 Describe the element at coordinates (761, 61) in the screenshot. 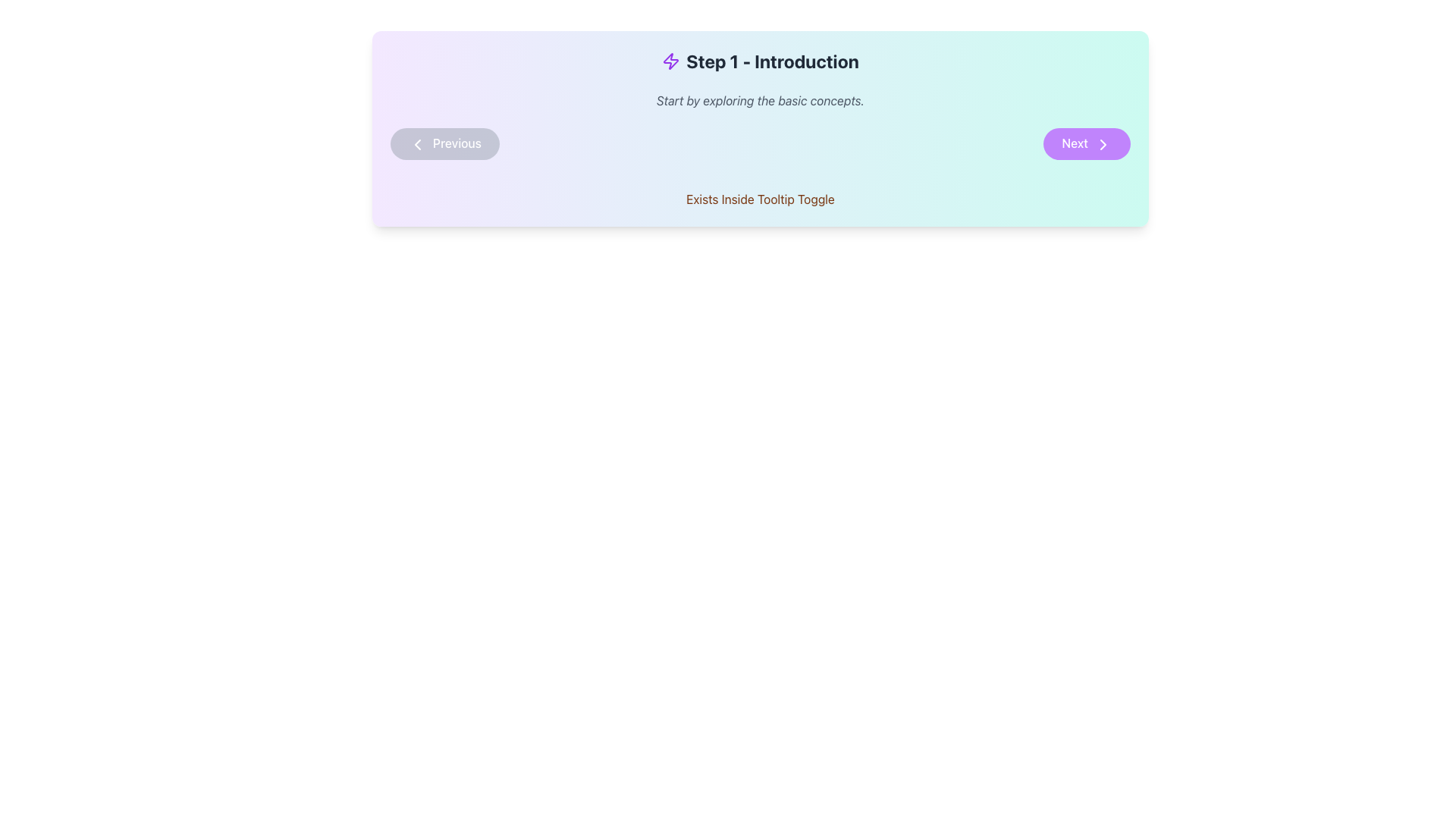

I see `the bold, large-font textual heading that reads 'Step 1 - Introduction' with a small purple lightning icon to its left, located at the top center of a card-like interface` at that location.